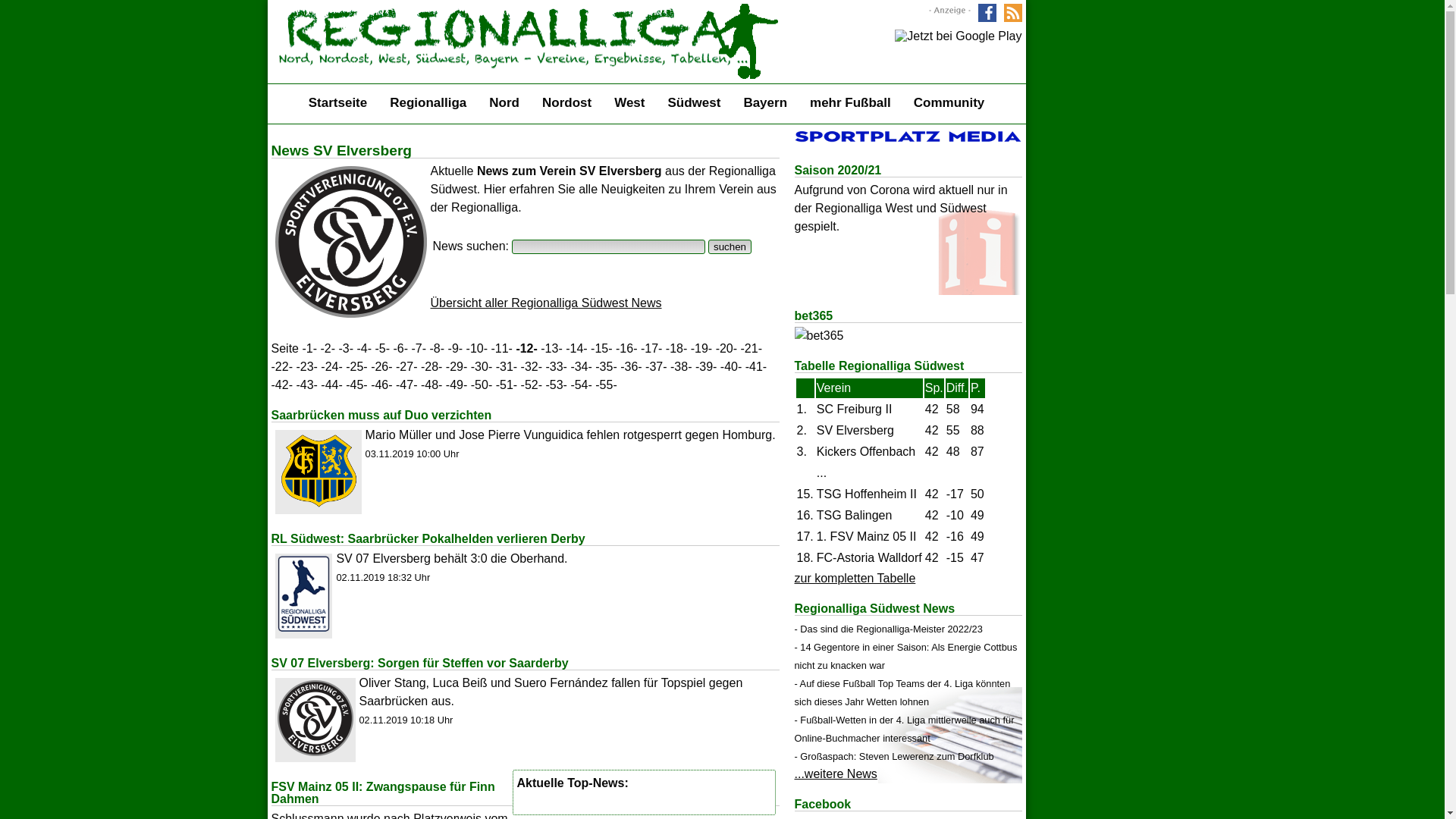 The height and width of the screenshot is (819, 1456). Describe the element at coordinates (600, 348) in the screenshot. I see `'-15-'` at that location.